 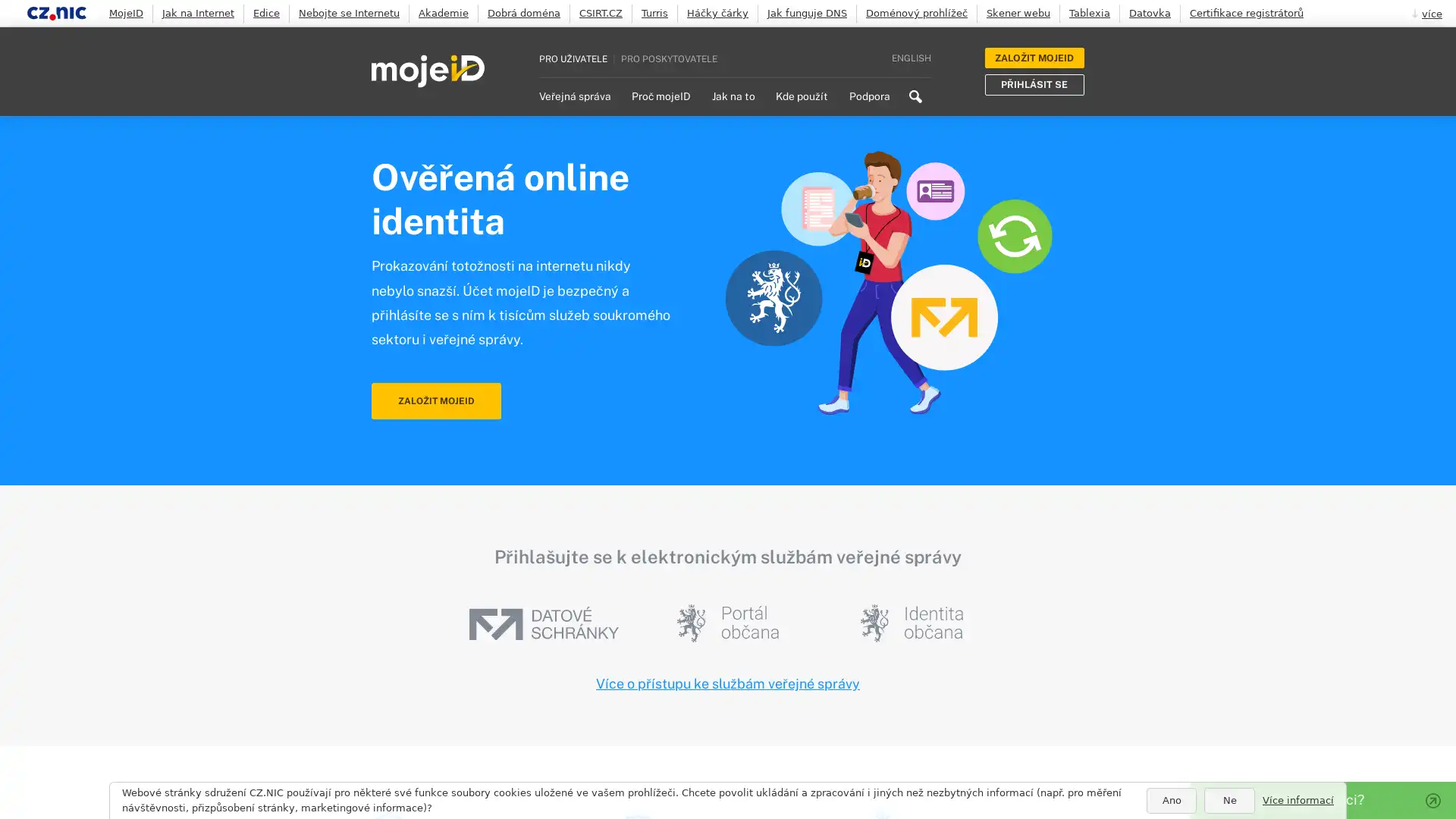 What do you see at coordinates (1170, 800) in the screenshot?
I see `Ano` at bounding box center [1170, 800].